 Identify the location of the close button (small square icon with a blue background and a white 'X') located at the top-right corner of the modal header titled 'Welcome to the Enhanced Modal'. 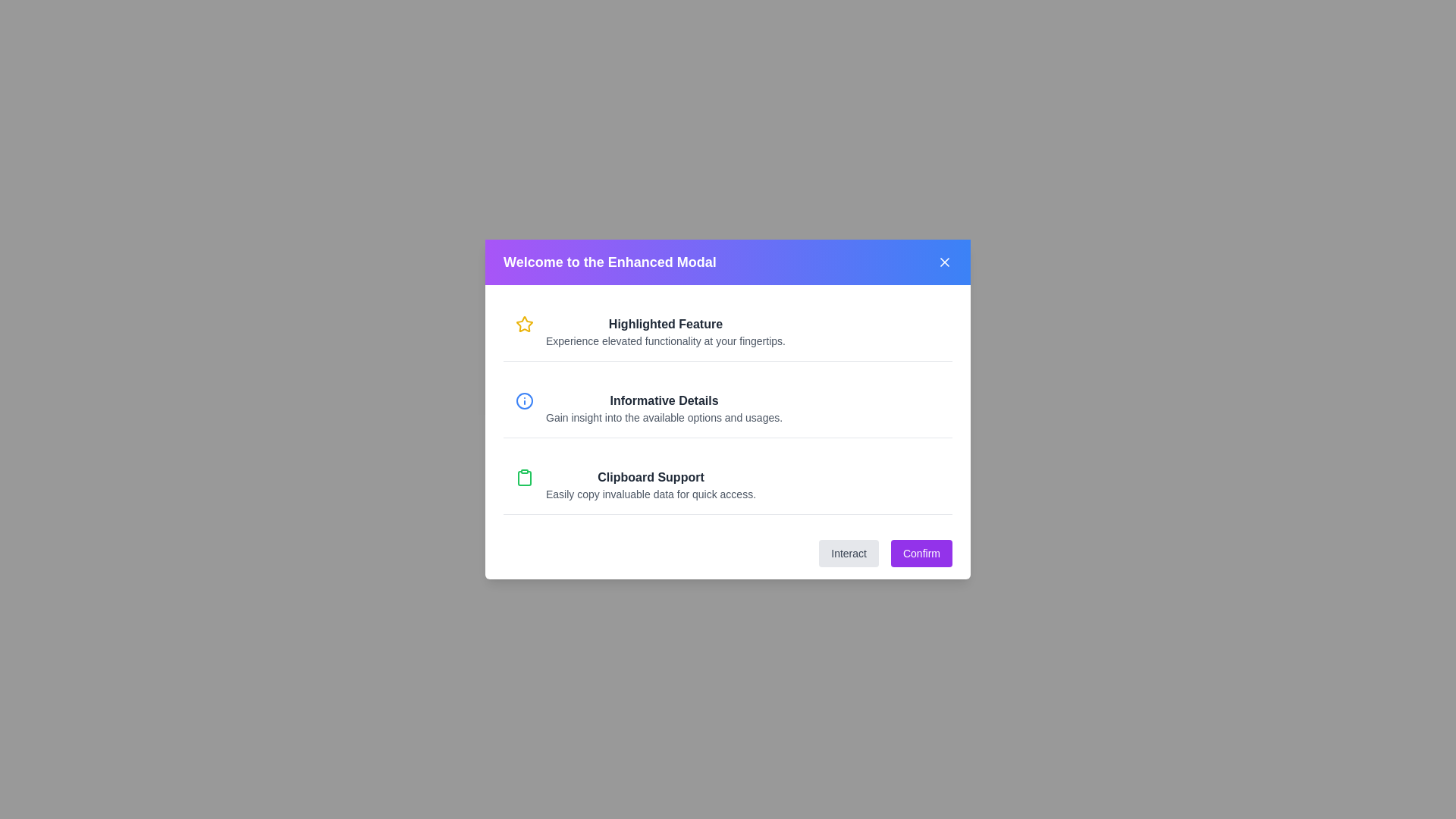
(943, 262).